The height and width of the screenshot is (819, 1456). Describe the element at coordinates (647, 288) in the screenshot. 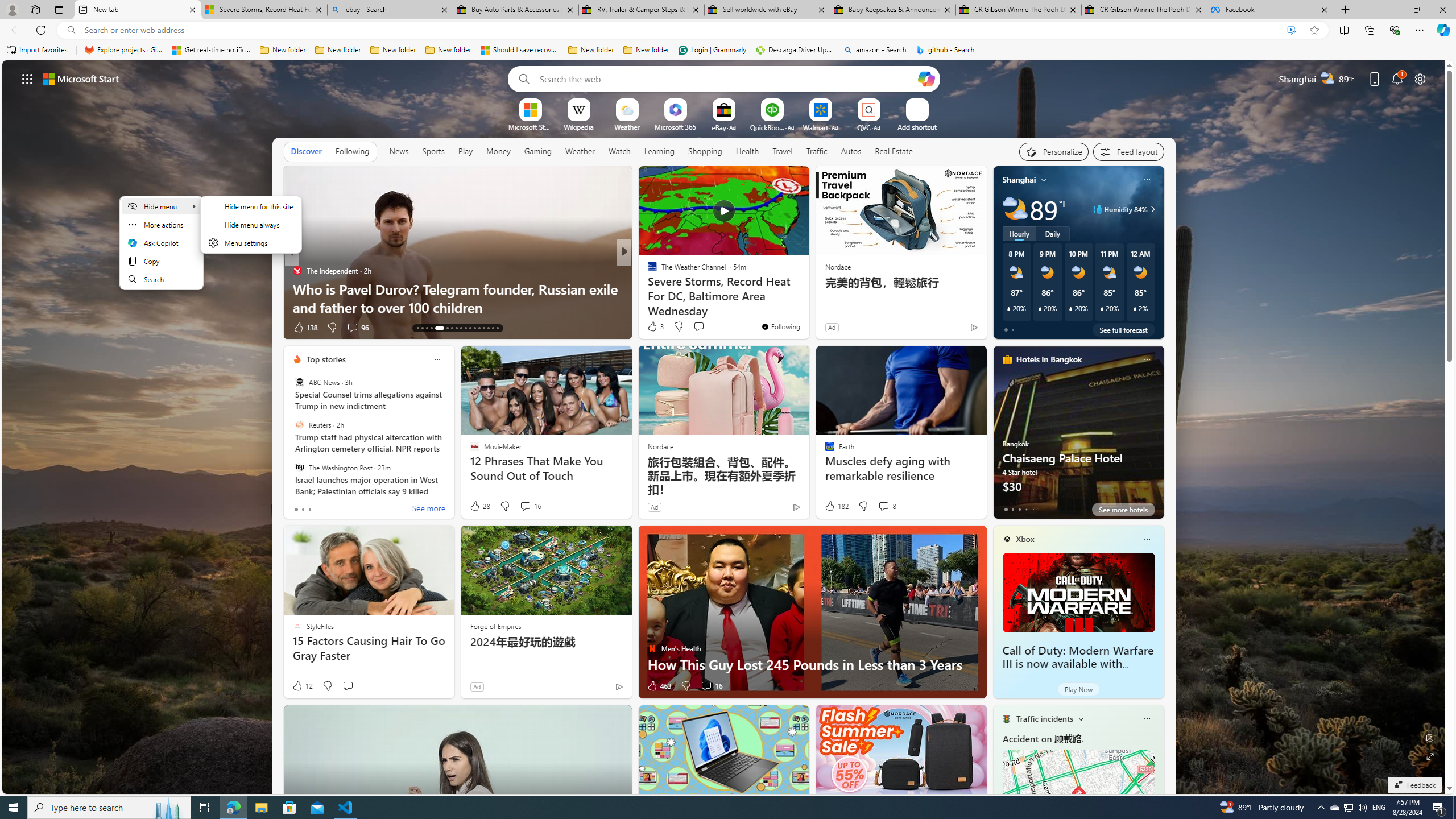

I see `'MUO'` at that location.